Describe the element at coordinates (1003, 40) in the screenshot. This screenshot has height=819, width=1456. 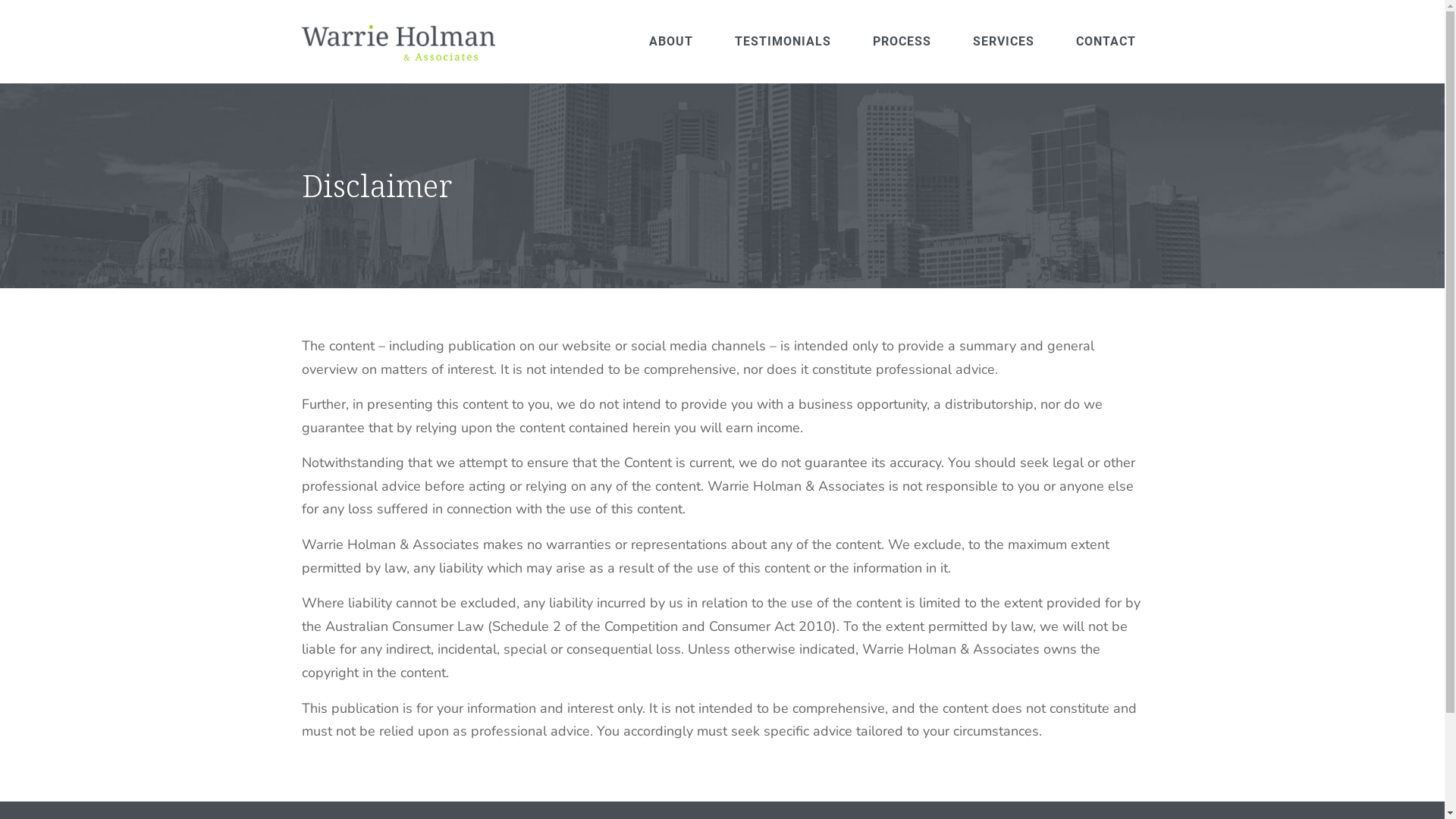
I see `'SERVICES'` at that location.